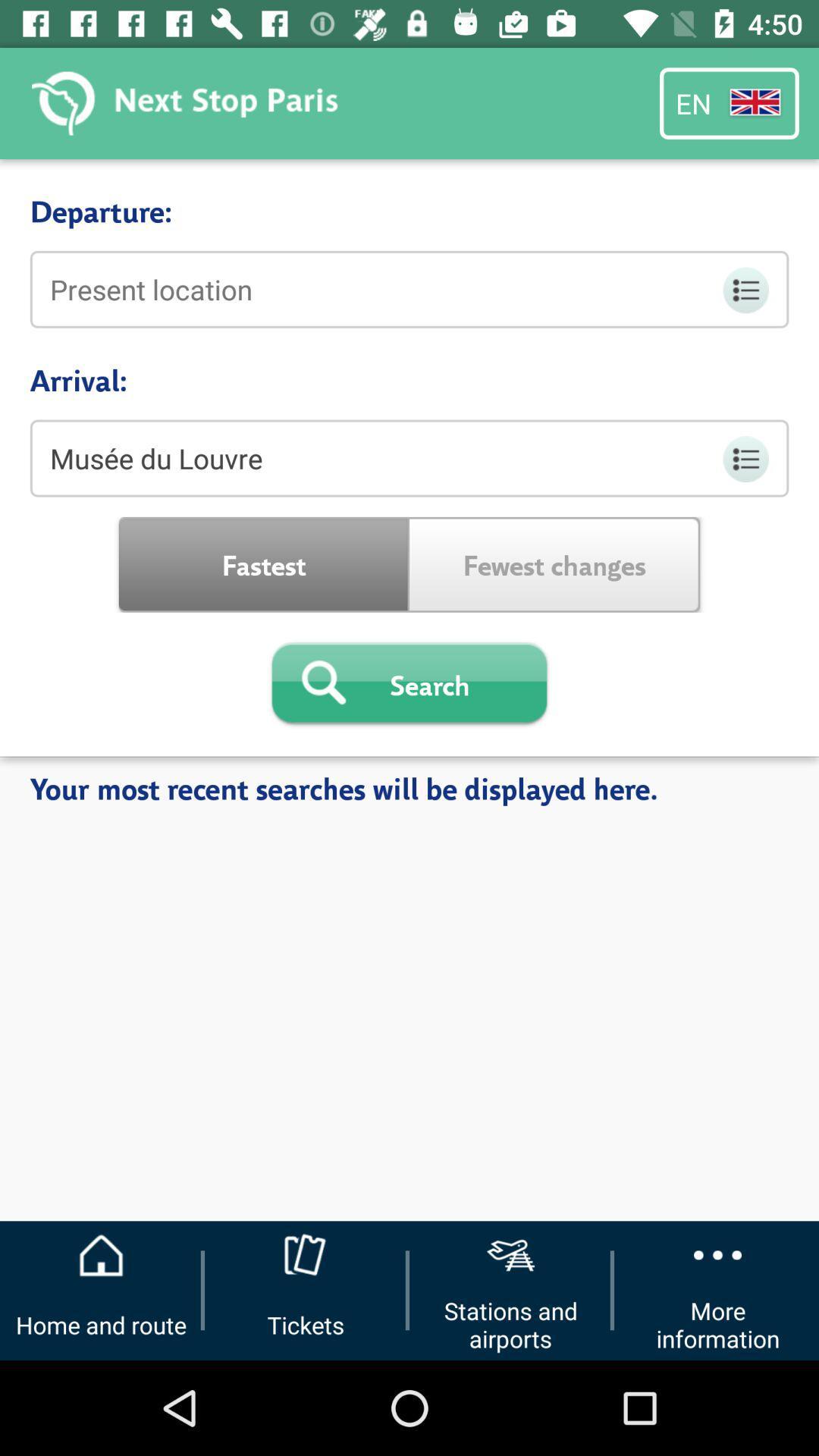 Image resolution: width=819 pixels, height=1456 pixels. I want to click on the text field below departure, so click(409, 290).